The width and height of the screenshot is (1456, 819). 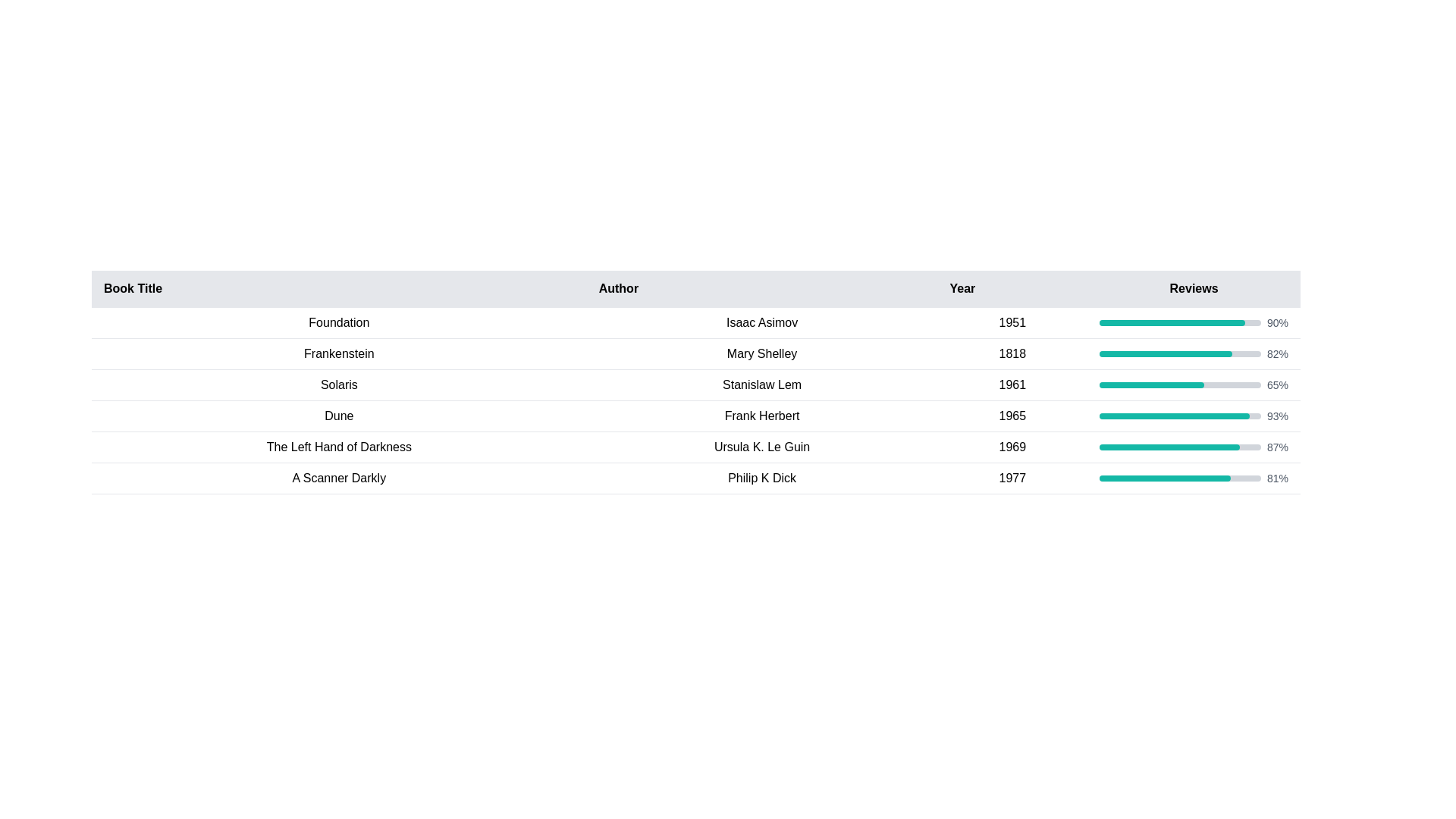 I want to click on the static text displaying the percentage value (81%) for the reviews of the book 'A Scanner Darkly', located in the 'Reviews' column to the right of the progress bar, so click(x=1276, y=479).